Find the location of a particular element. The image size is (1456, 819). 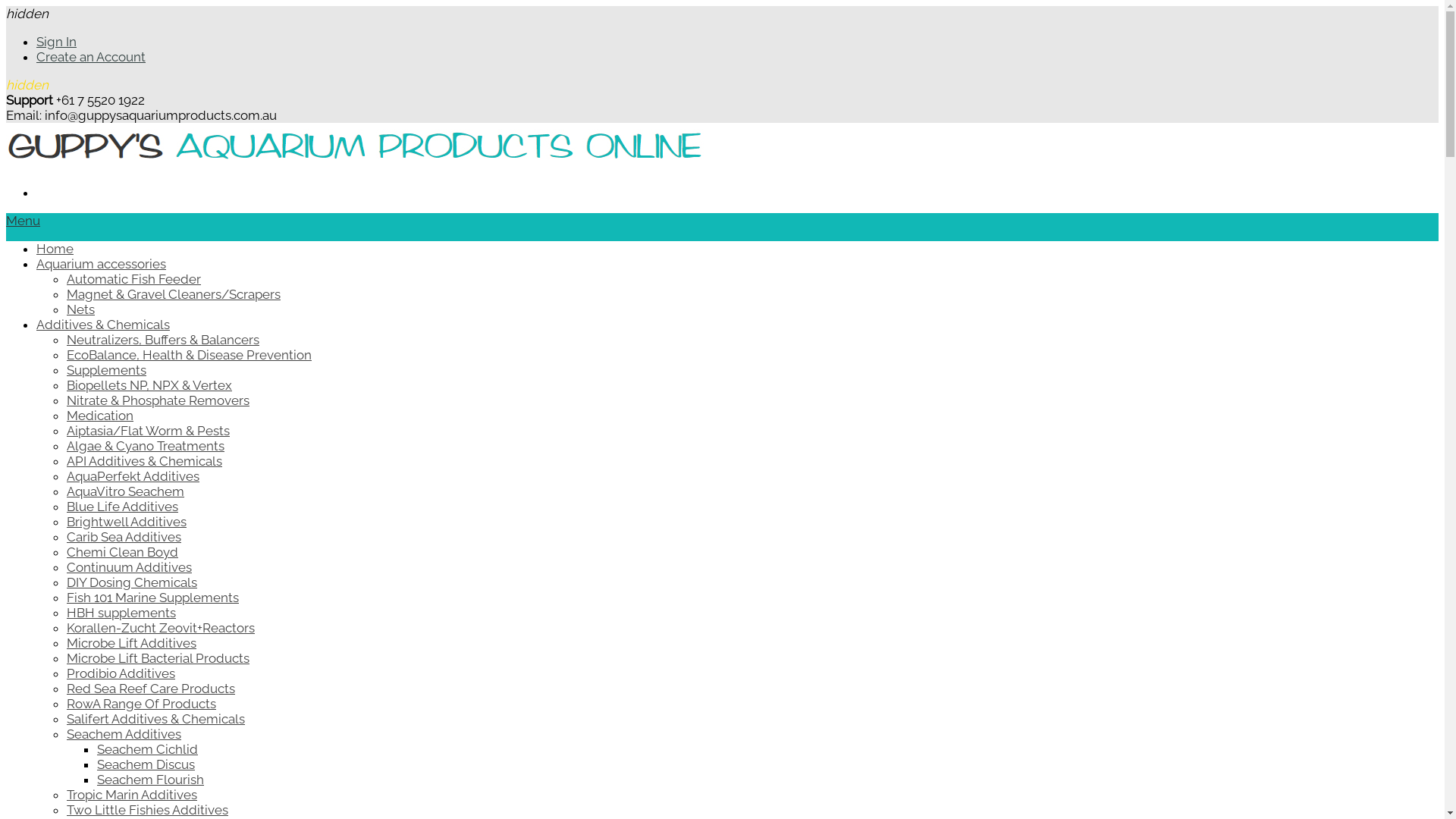

'Additives & Chemicals' is located at coordinates (102, 324).